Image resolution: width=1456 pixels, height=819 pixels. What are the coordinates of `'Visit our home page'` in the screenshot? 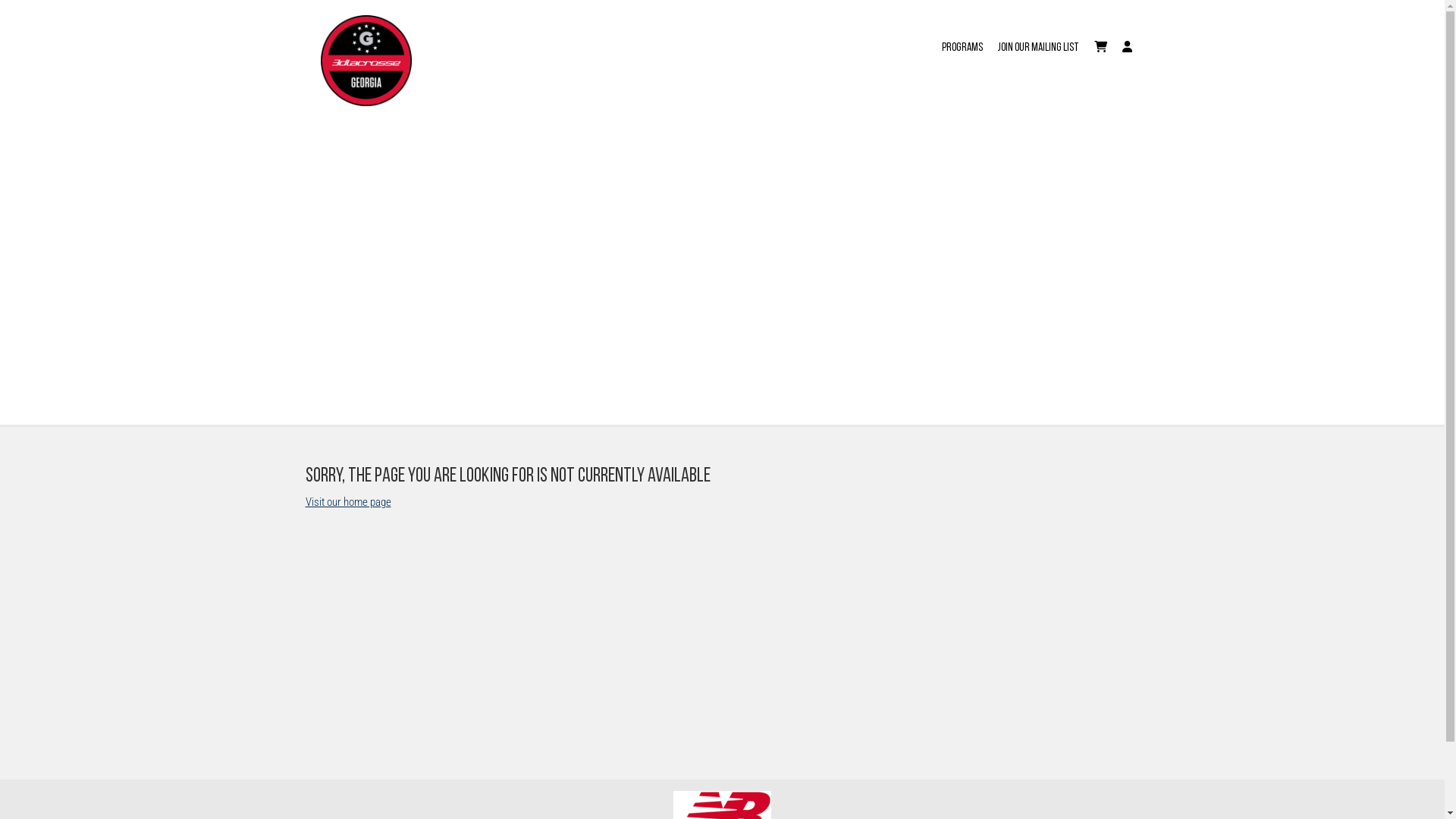 It's located at (347, 500).